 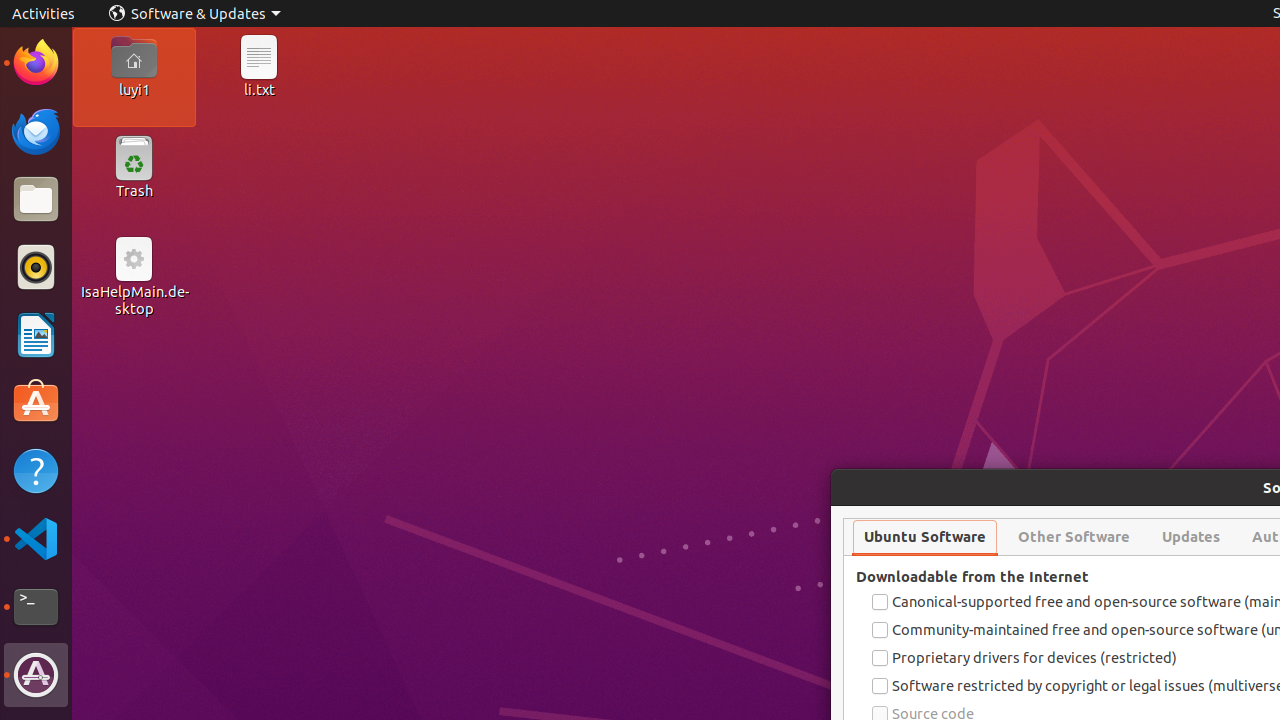 I want to click on 'Trash', so click(x=132, y=191).